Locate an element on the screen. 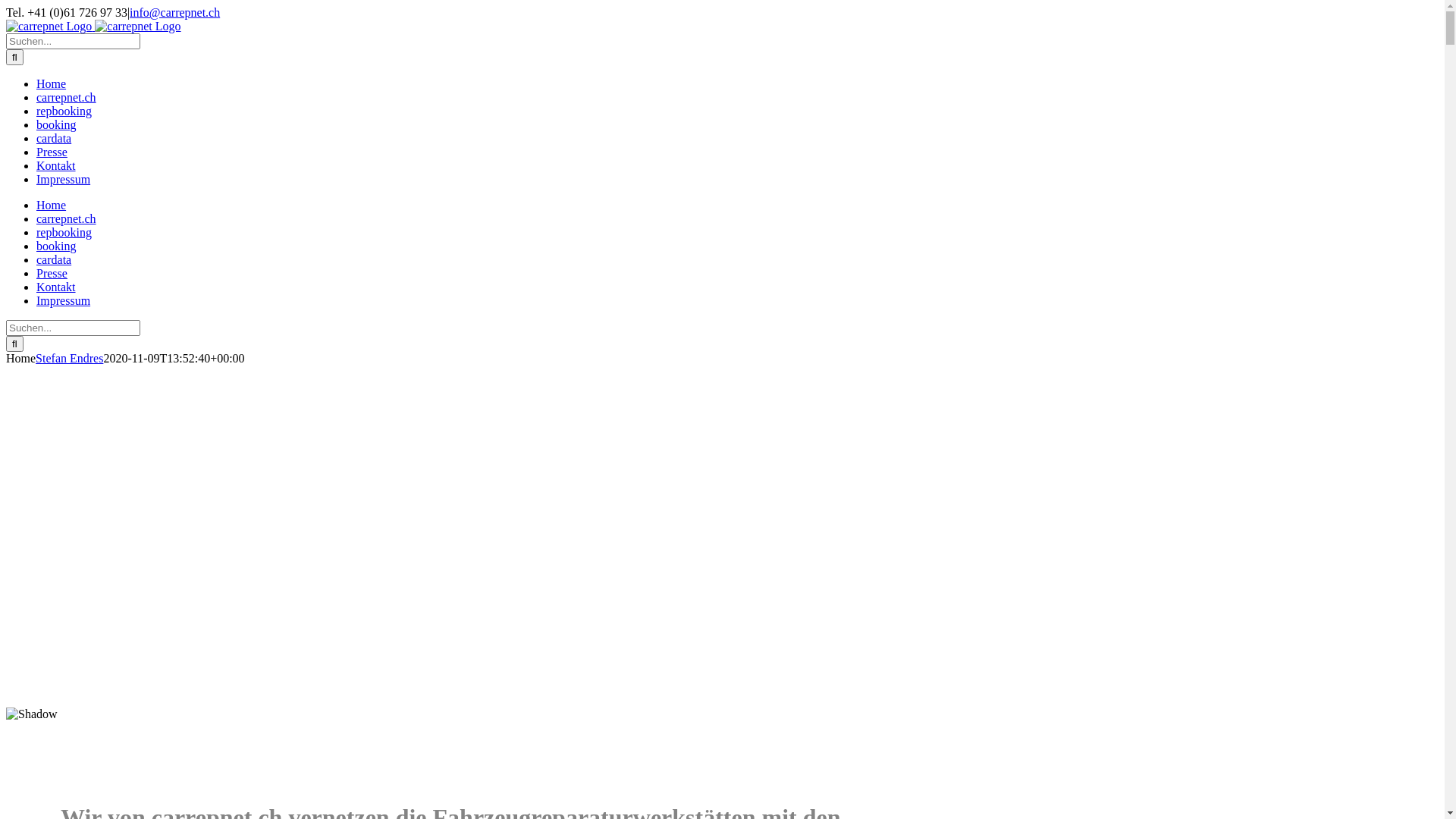  'Kontakt' is located at coordinates (55, 287).